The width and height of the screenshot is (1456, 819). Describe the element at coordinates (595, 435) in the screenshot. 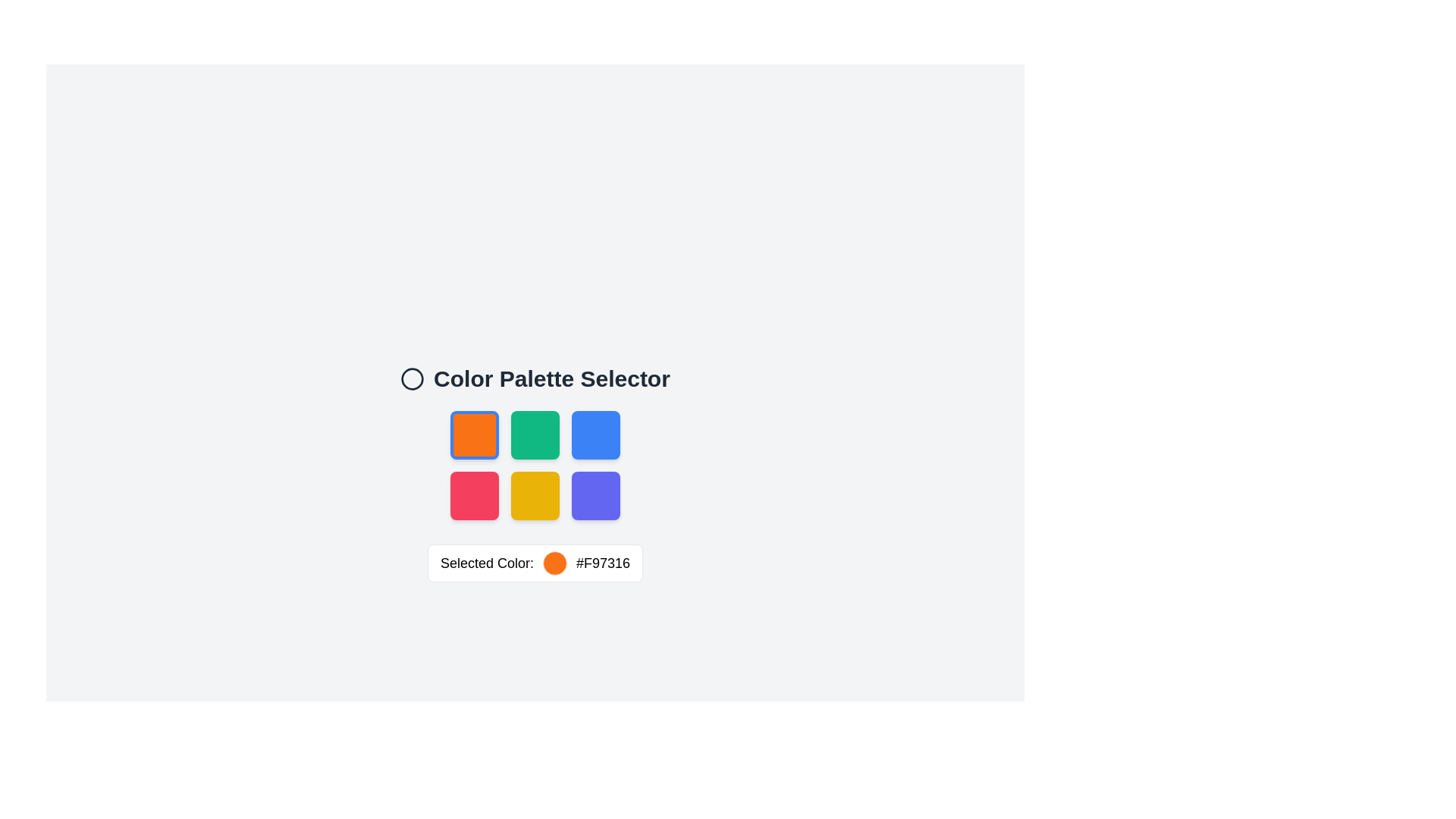

I see `the blue color selector button, which is the third square in the top row of the color palette grid` at that location.